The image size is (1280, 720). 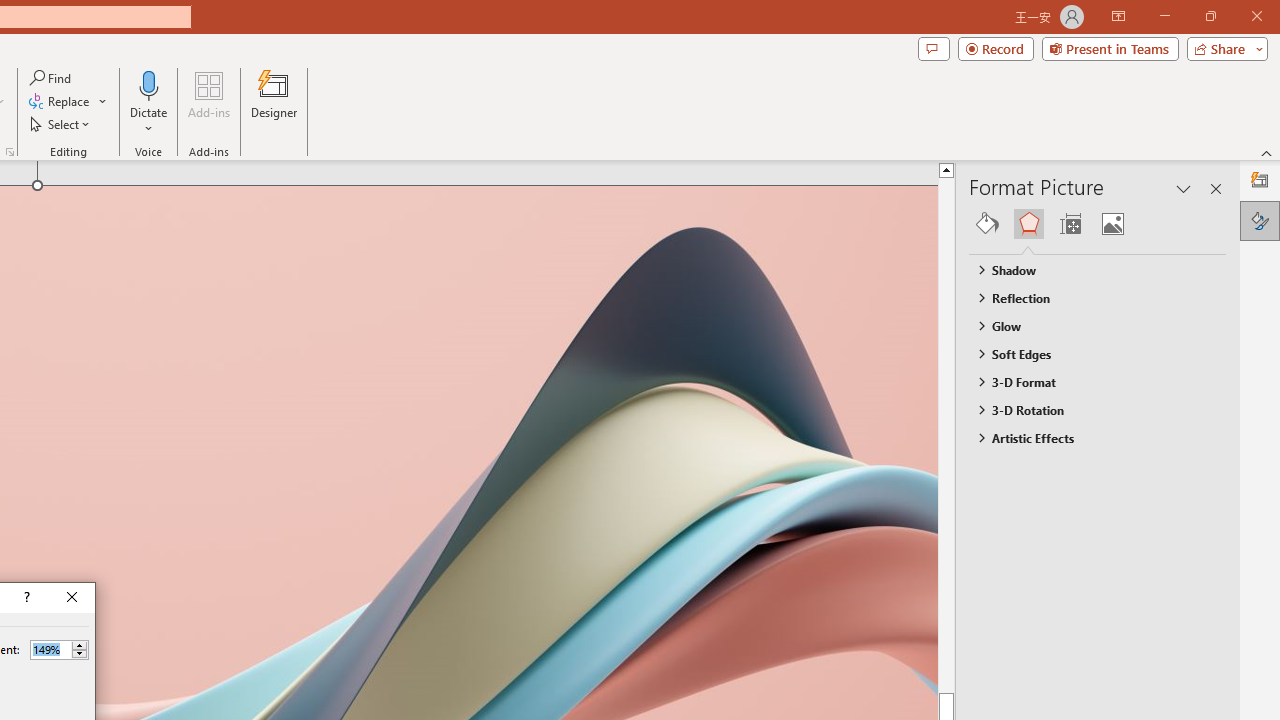 I want to click on 'Percent', so click(x=50, y=649).